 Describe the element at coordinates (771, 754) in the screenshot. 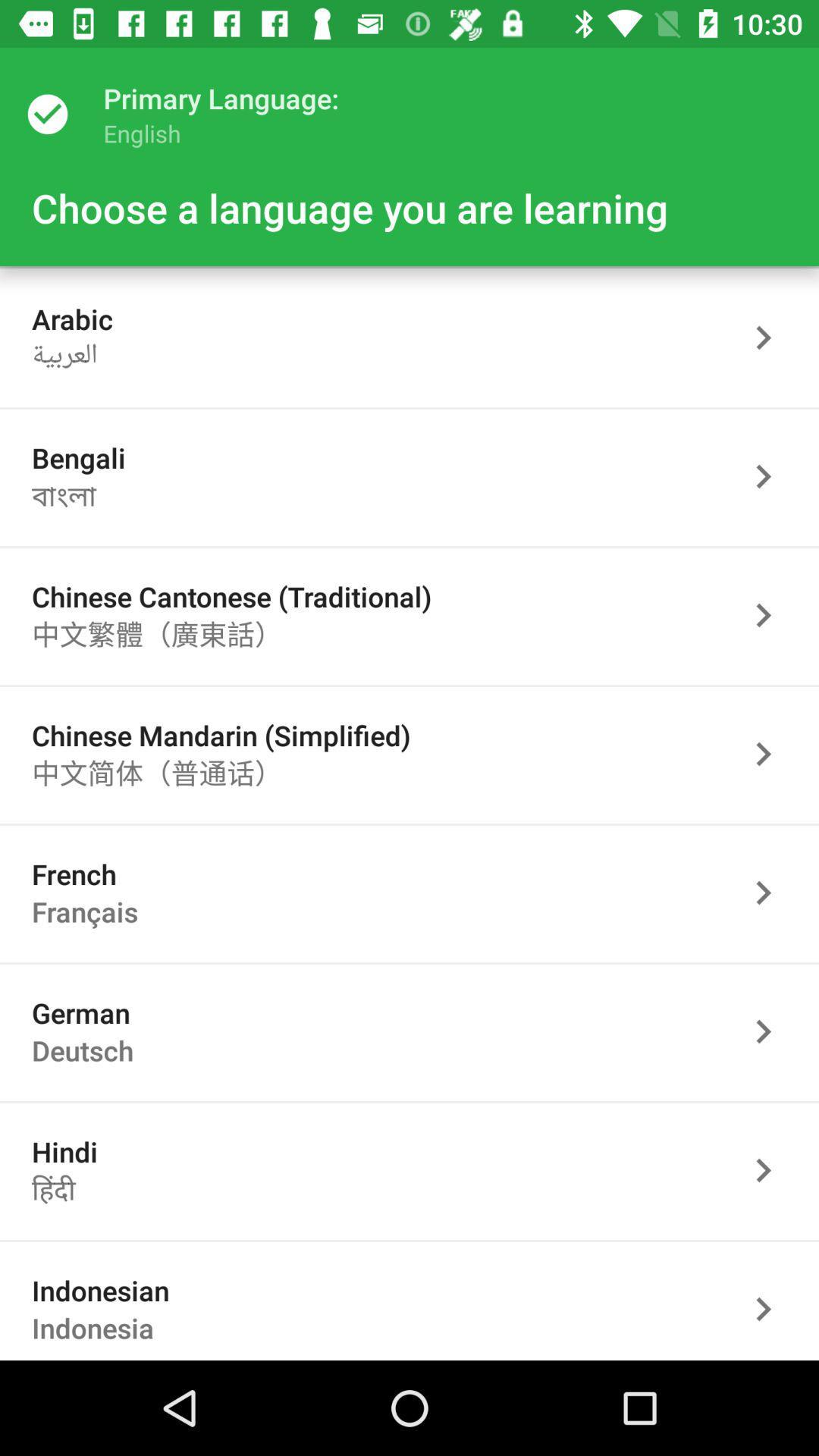

I see `open link` at that location.